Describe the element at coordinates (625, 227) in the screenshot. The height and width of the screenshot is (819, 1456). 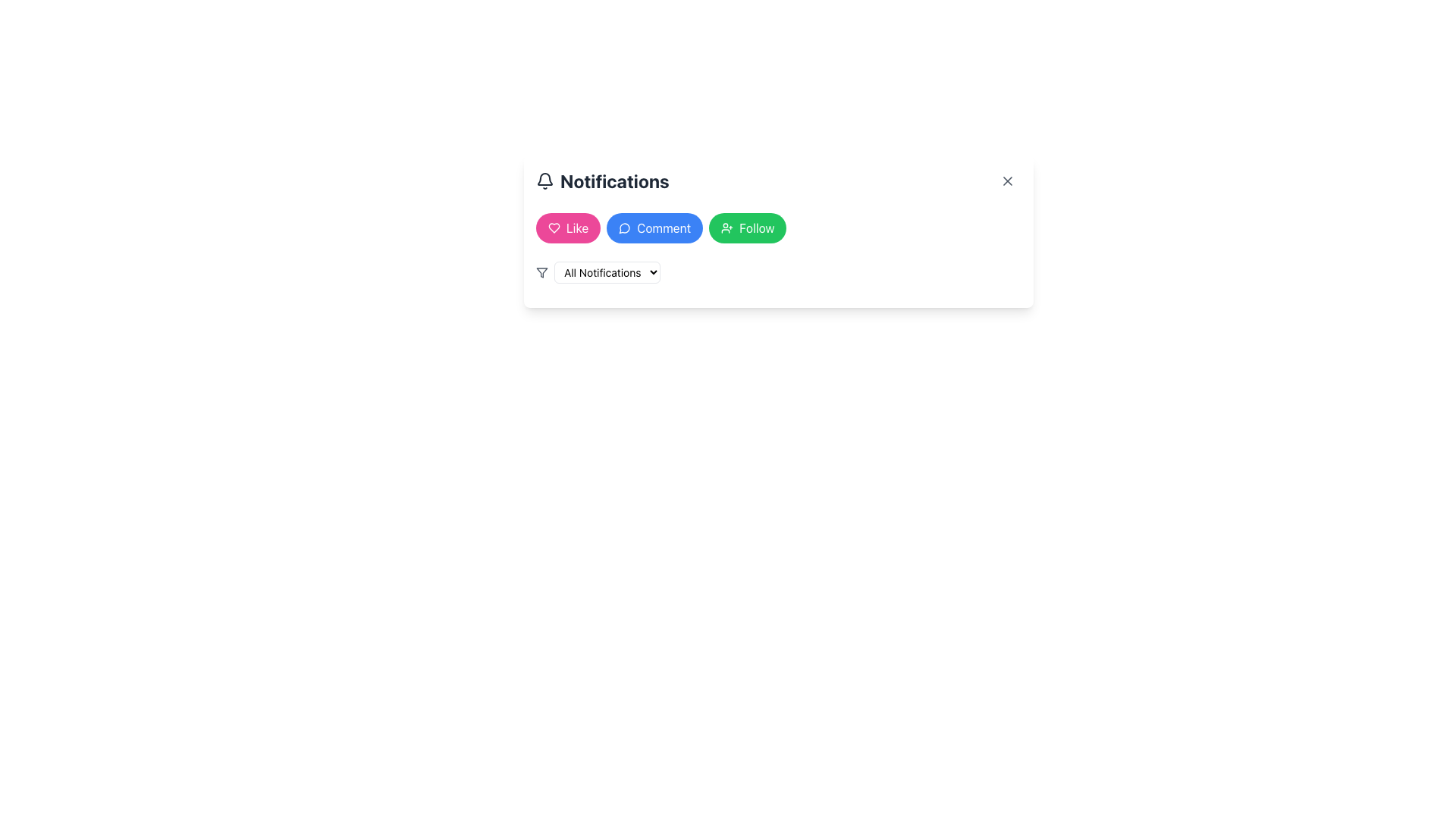
I see `the blue button labeled 'Comment' which contains the comment icon, located in the notification panel among the buttons 'Like', 'Comment', and 'Follow'` at that location.